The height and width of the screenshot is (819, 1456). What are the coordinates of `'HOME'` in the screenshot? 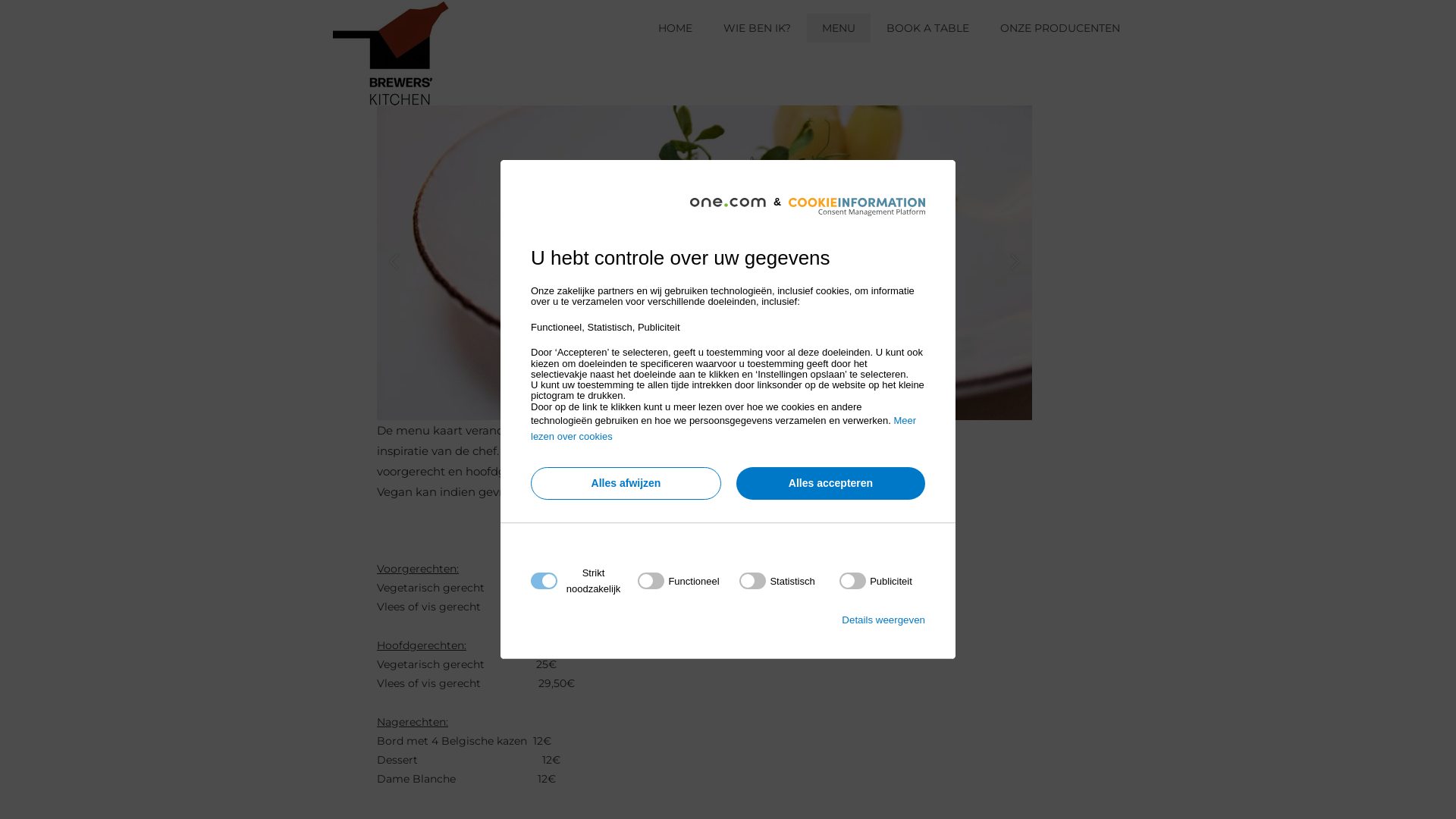 It's located at (643, 28).